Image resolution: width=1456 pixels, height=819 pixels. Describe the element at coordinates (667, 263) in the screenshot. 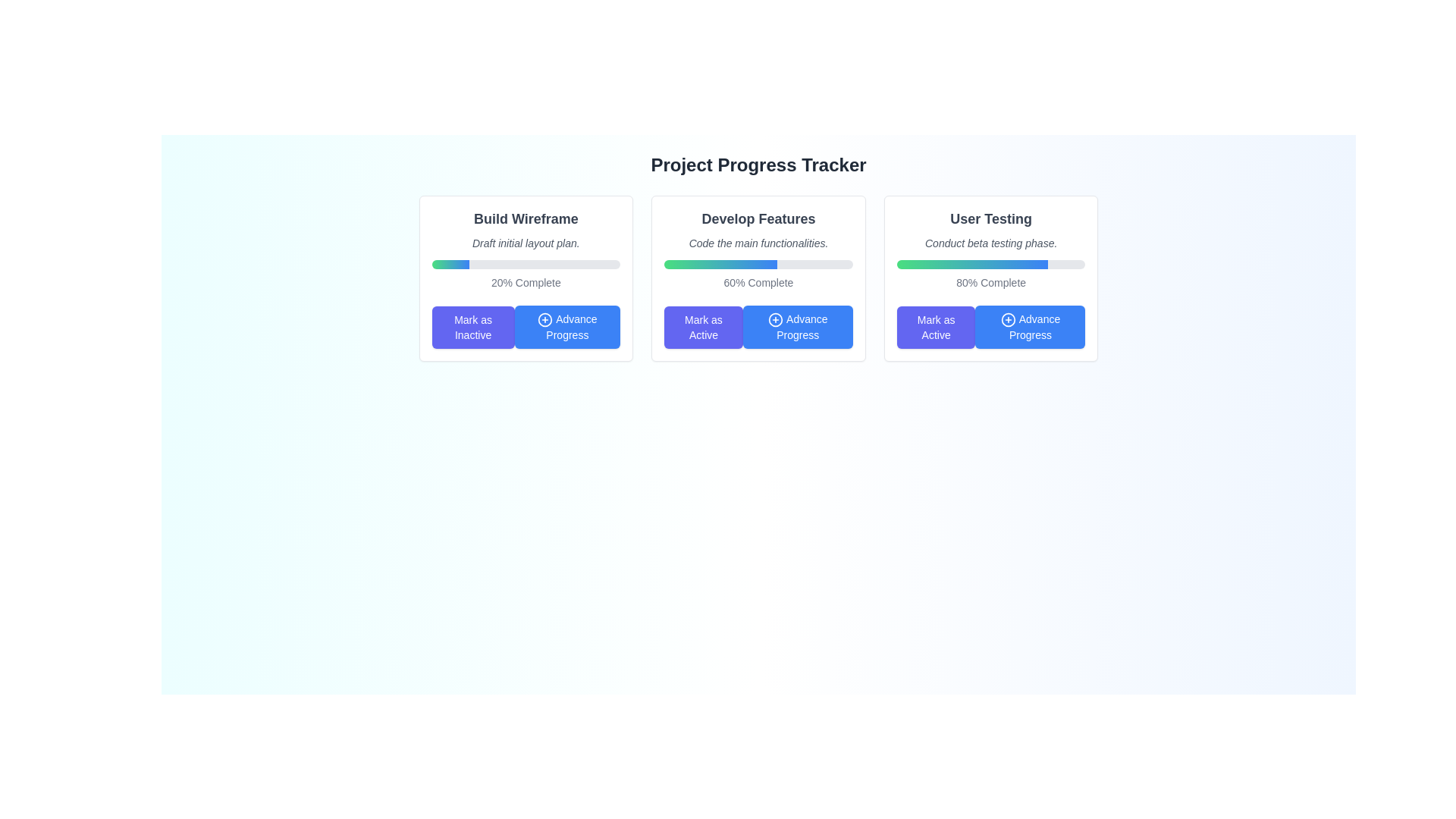

I see `the progress indicator` at that location.